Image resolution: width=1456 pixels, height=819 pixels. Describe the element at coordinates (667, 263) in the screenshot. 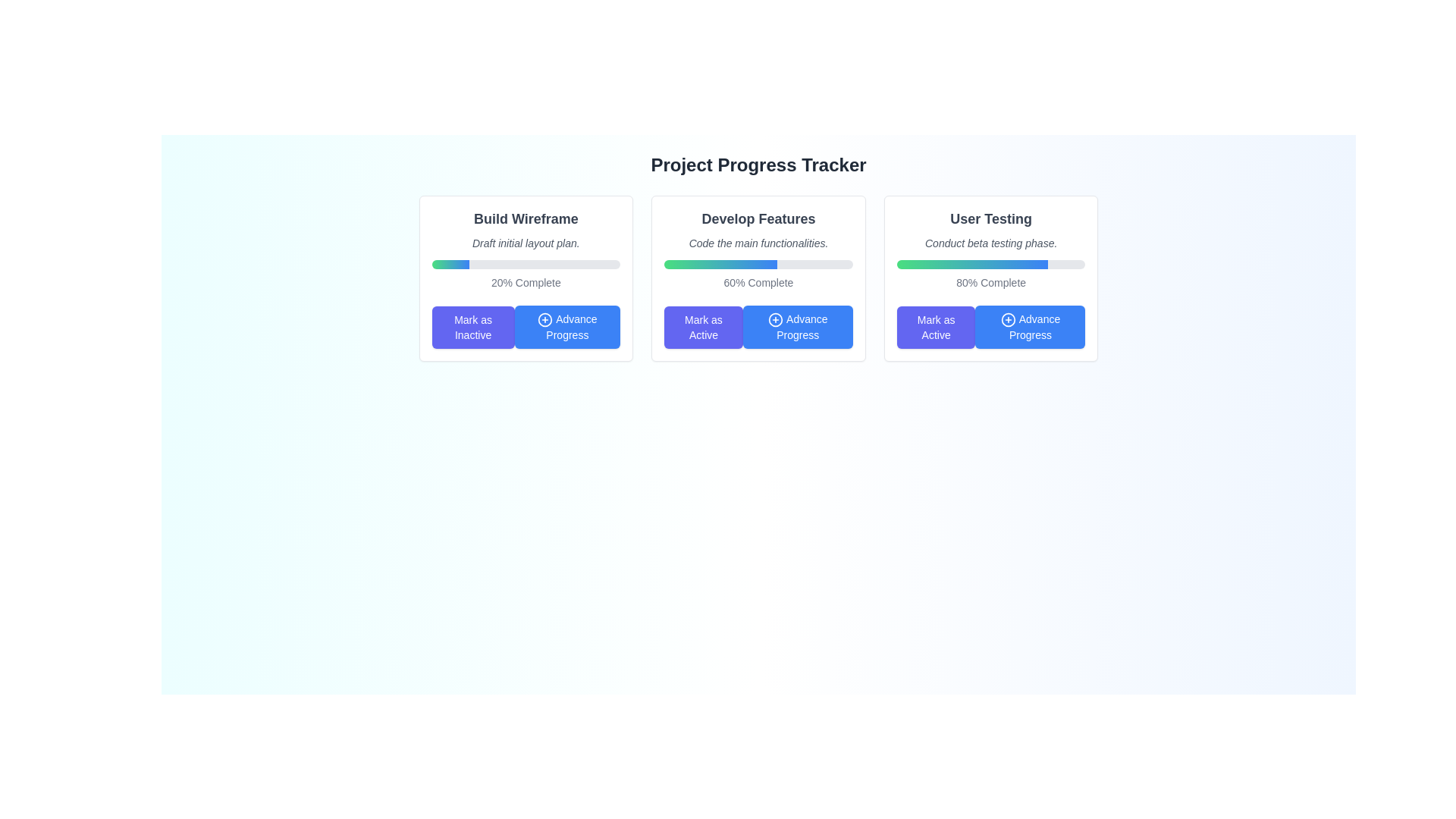

I see `the progress indicator` at that location.